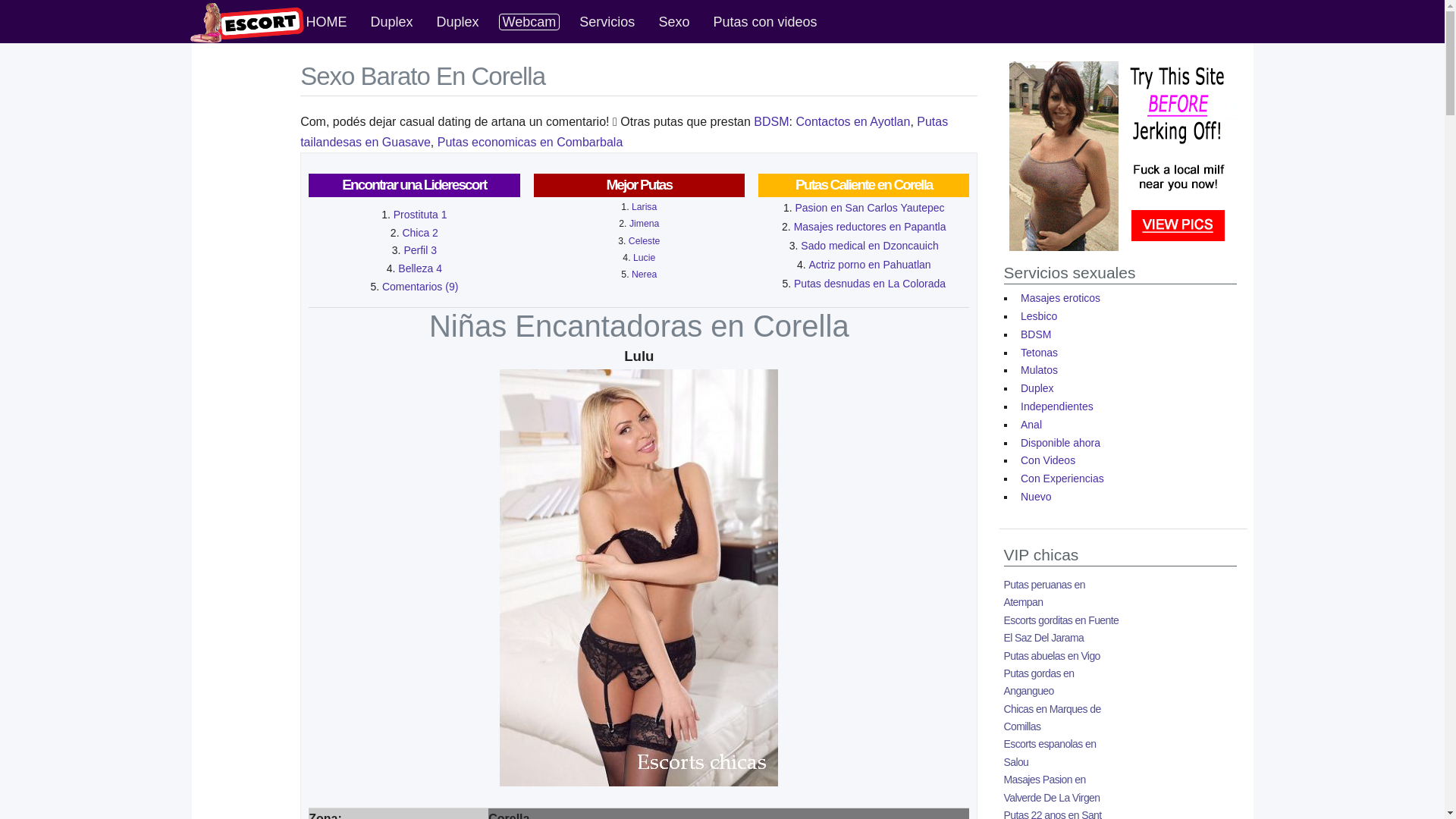 The image size is (1456, 819). Describe the element at coordinates (1037, 315) in the screenshot. I see `'Lesbico'` at that location.